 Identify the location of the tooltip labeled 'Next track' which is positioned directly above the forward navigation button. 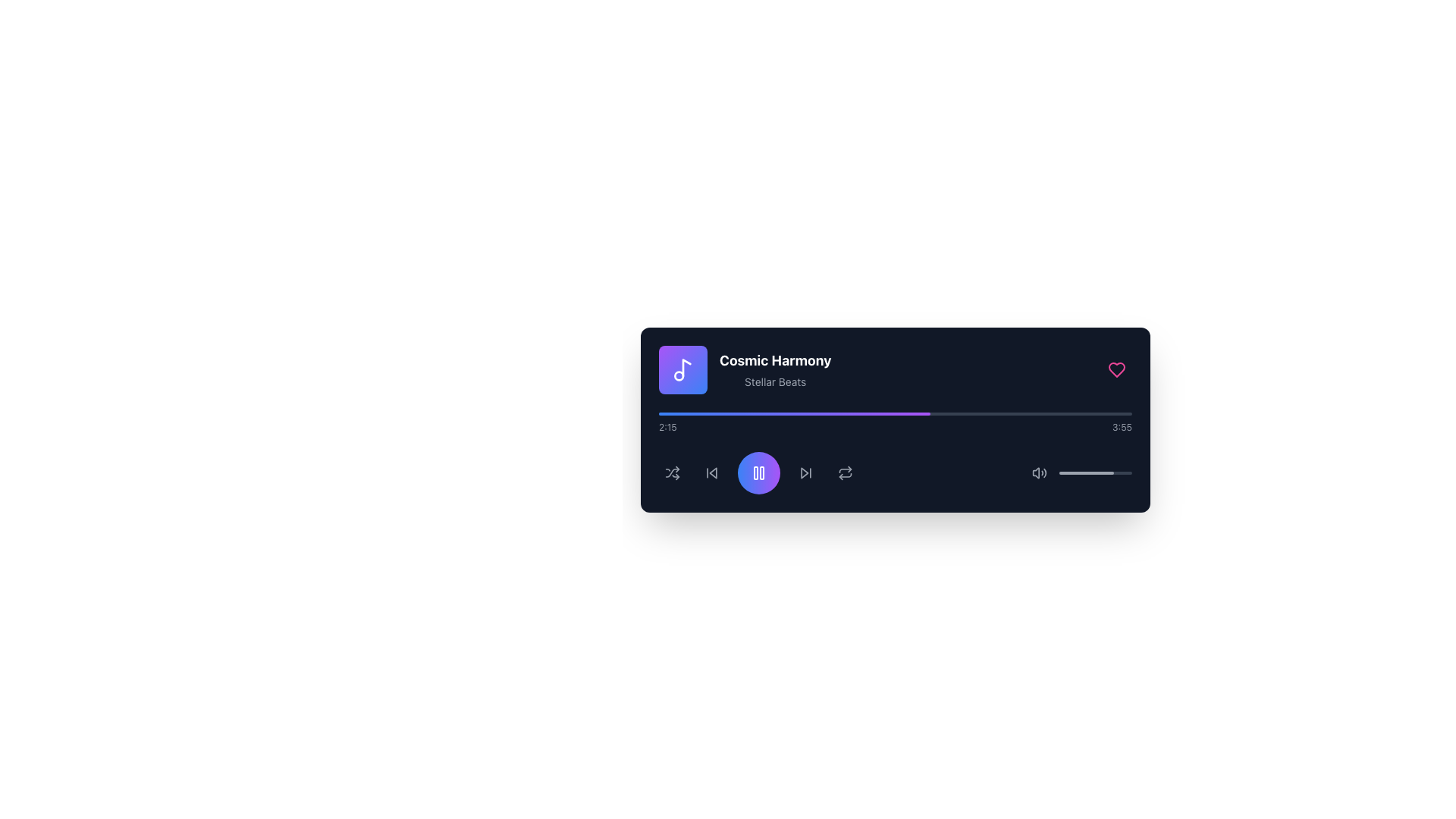
(805, 447).